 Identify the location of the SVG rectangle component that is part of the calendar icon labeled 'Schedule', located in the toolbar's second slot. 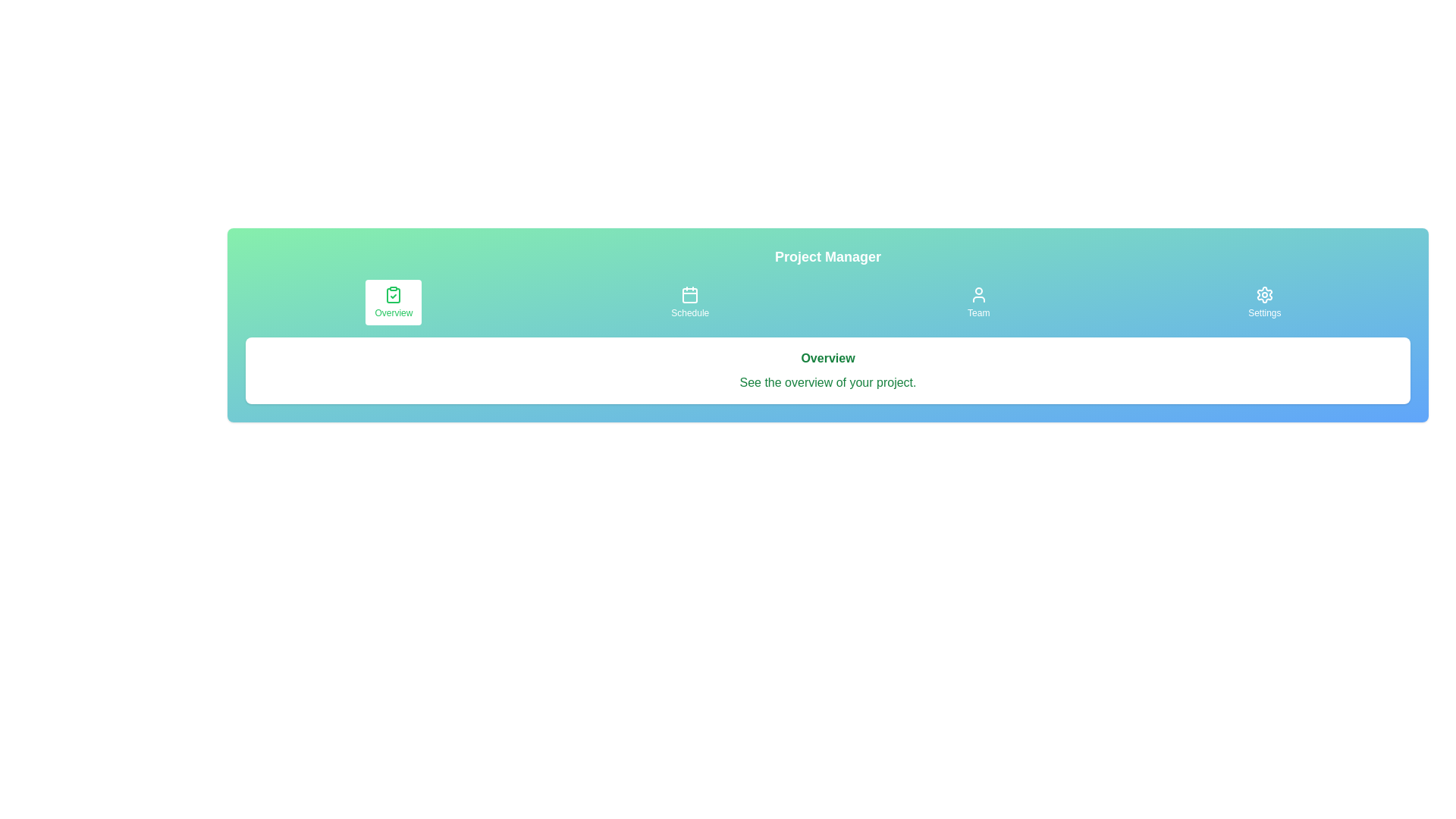
(689, 295).